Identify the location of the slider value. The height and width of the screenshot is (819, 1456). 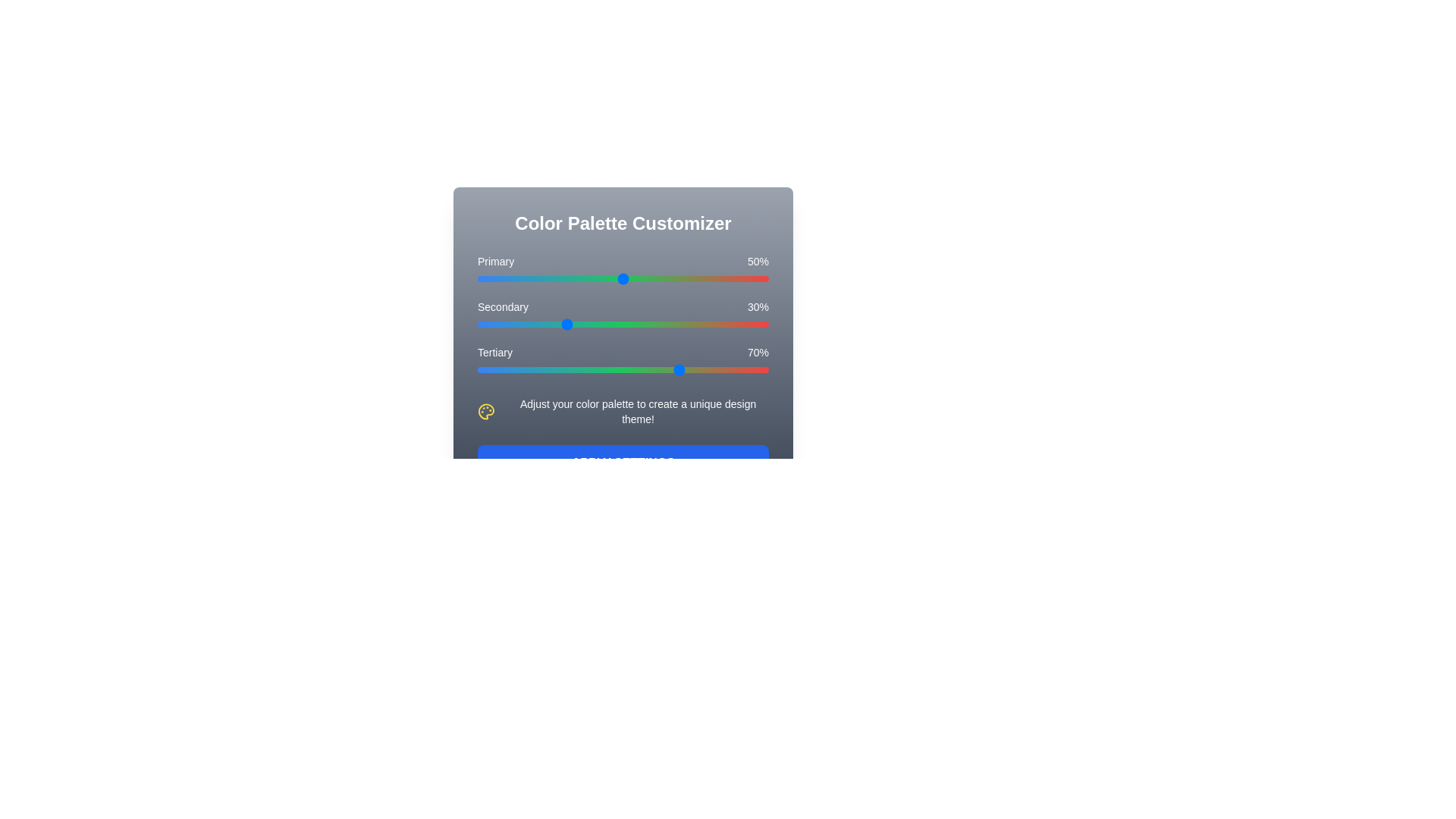
(555, 324).